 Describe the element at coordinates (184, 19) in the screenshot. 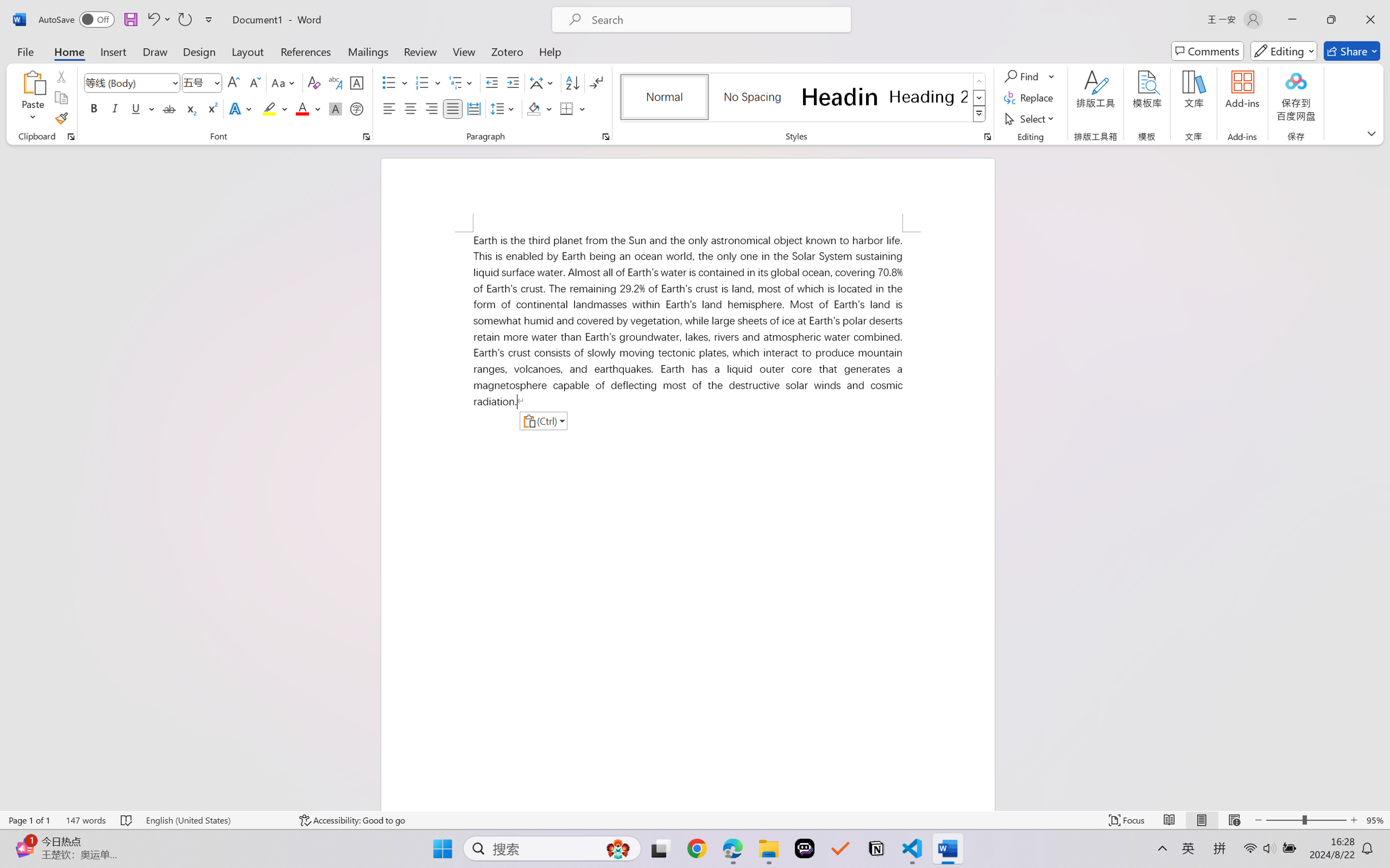

I see `'Repeat Paste Option'` at that location.